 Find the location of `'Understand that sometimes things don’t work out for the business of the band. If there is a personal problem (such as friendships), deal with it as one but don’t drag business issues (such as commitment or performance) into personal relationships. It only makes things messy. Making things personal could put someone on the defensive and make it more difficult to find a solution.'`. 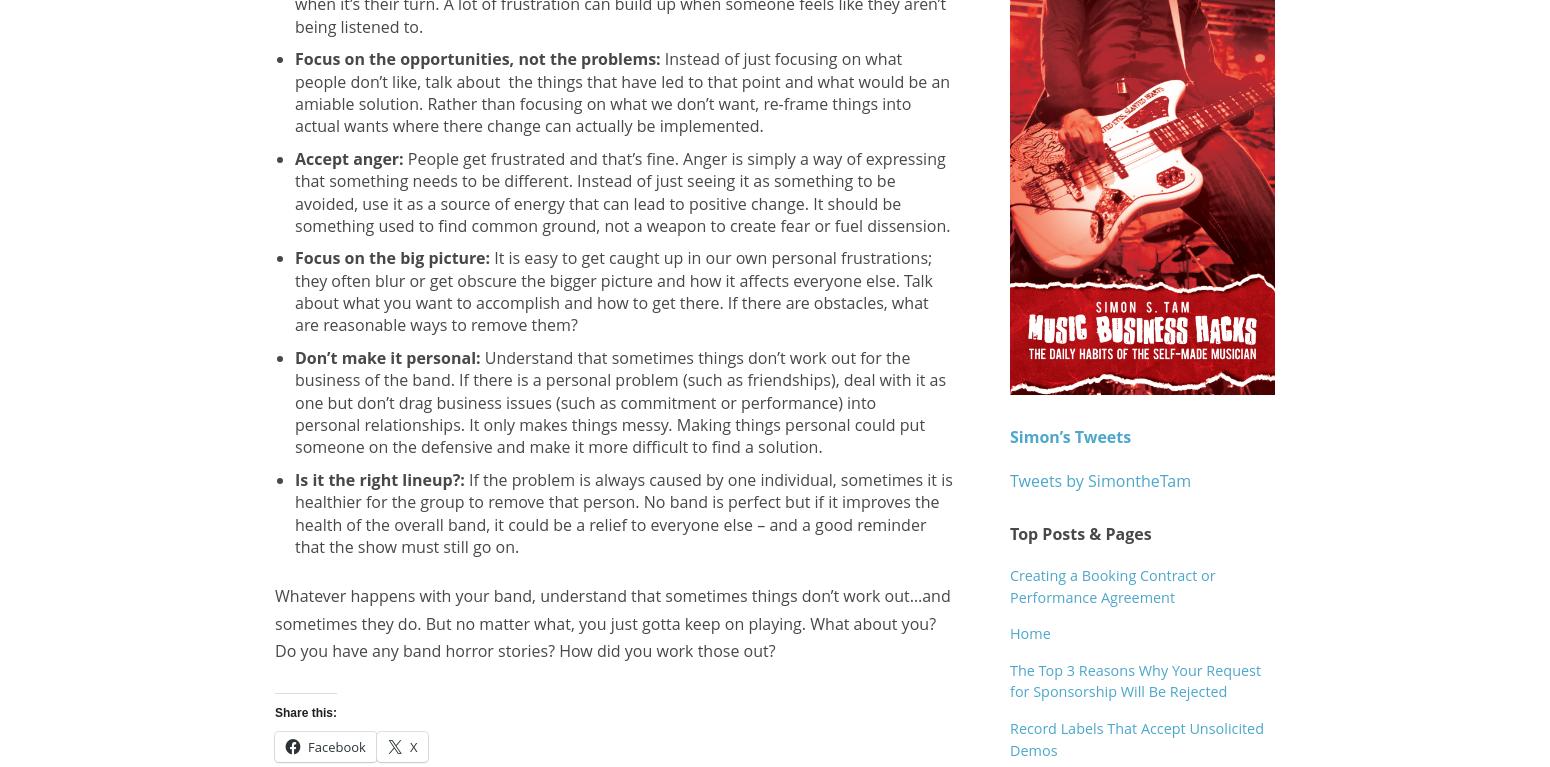

'Understand that sometimes things don’t work out for the business of the band. If there is a personal problem (such as friendships), deal with it as one but don’t drag business issues (such as commitment or performance) into personal relationships. It only makes things messy. Making things personal could put someone on the defensive and make it more difficult to find a solution.' is located at coordinates (294, 401).